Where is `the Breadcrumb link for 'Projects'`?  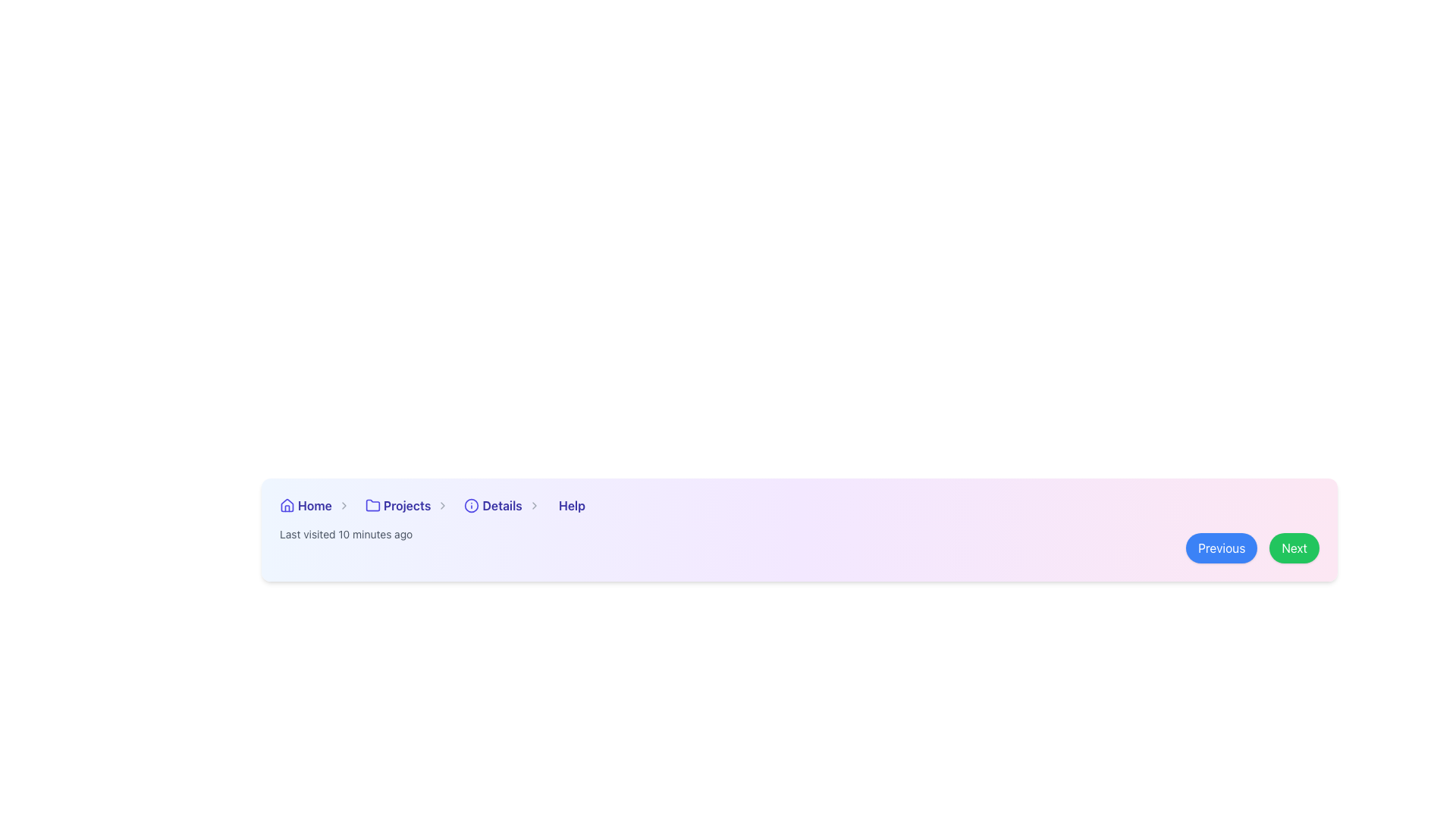
the Breadcrumb link for 'Projects' is located at coordinates (410, 506).